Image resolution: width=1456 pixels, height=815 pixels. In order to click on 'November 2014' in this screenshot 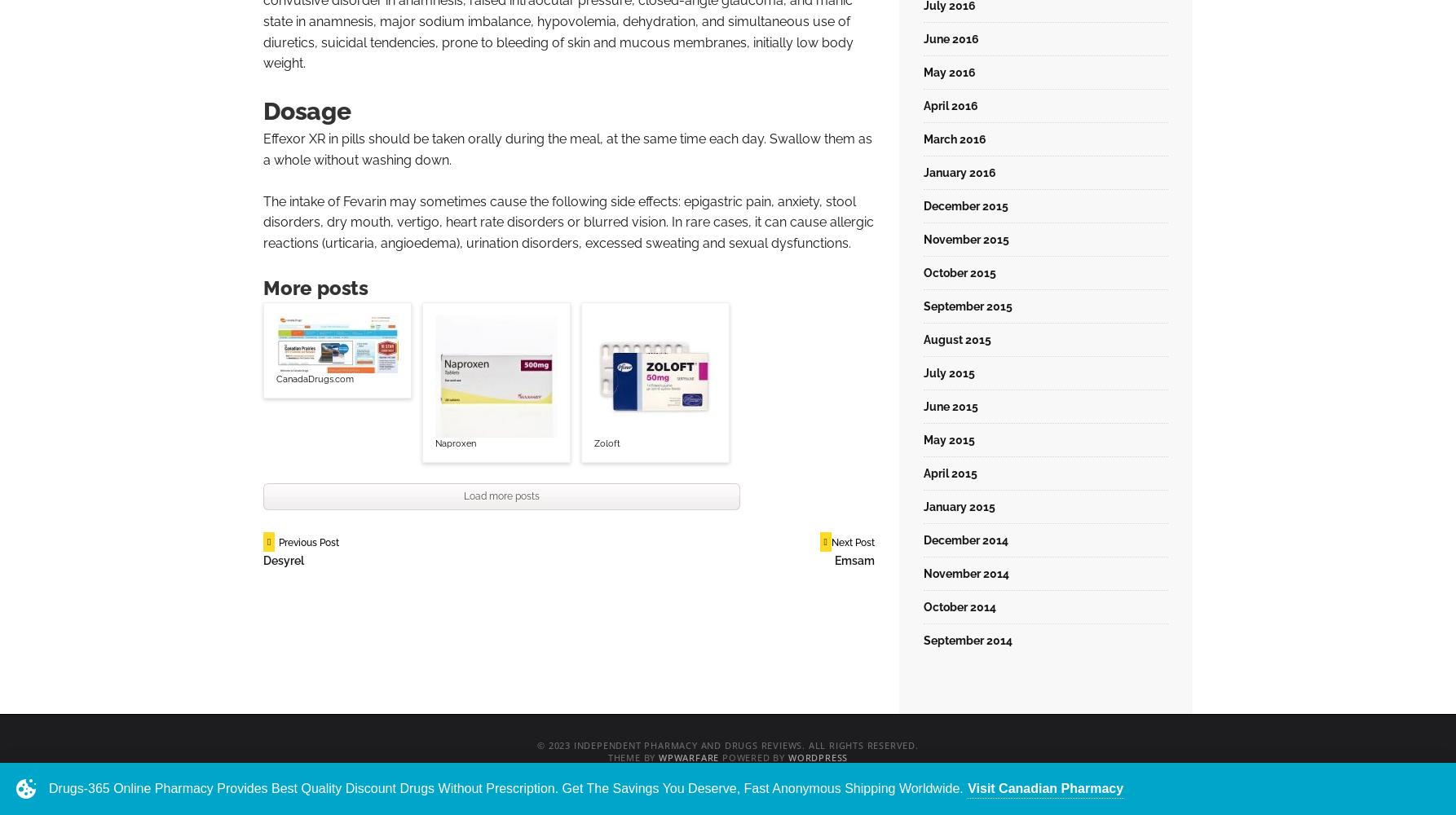, I will do `click(965, 572)`.